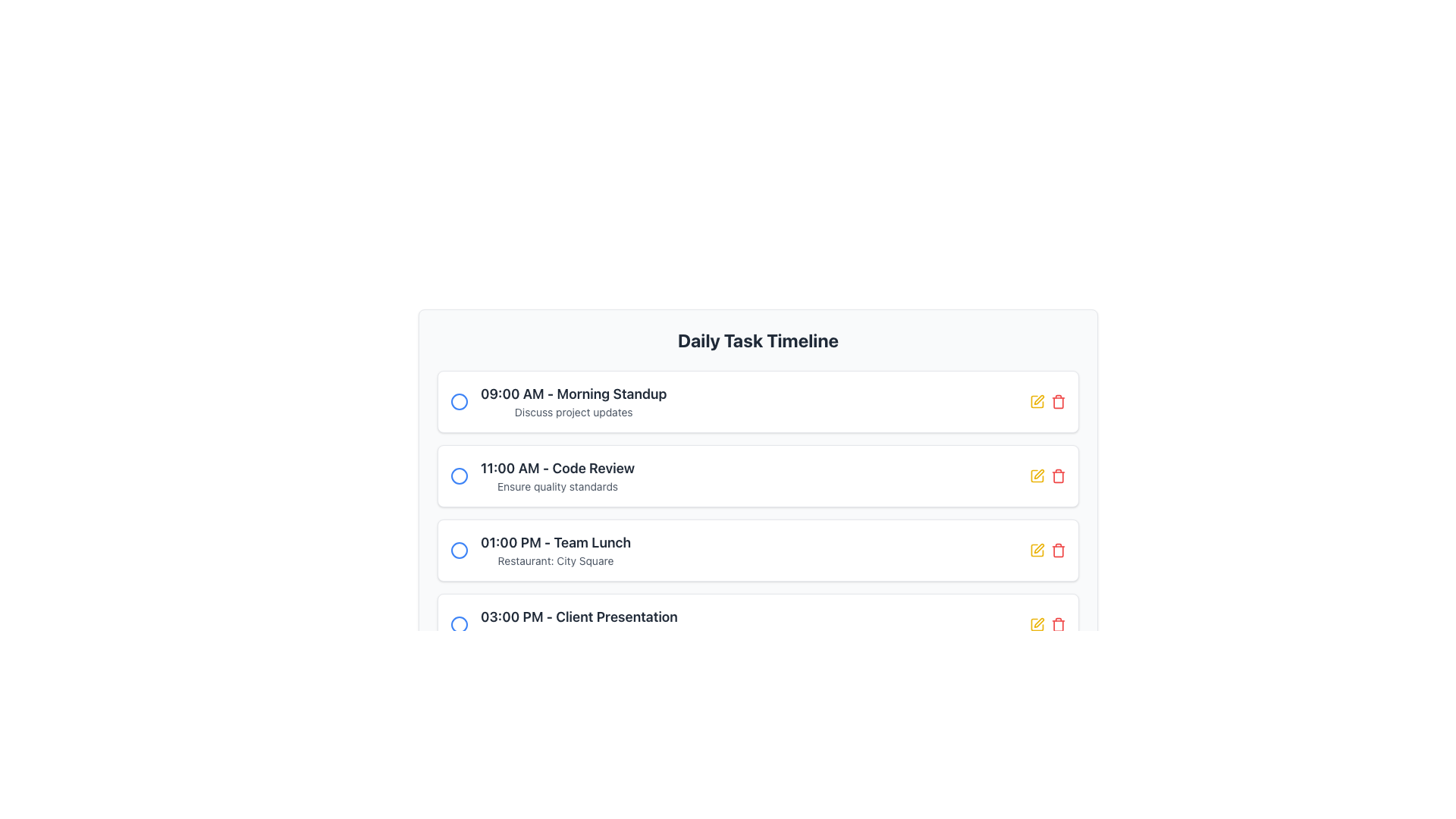 This screenshot has width=1456, height=819. Describe the element at coordinates (573, 394) in the screenshot. I see `the Text Label that displays the time and title of the first task in the Daily Task Timeline, positioned at the top of the first item in the vertical list` at that location.